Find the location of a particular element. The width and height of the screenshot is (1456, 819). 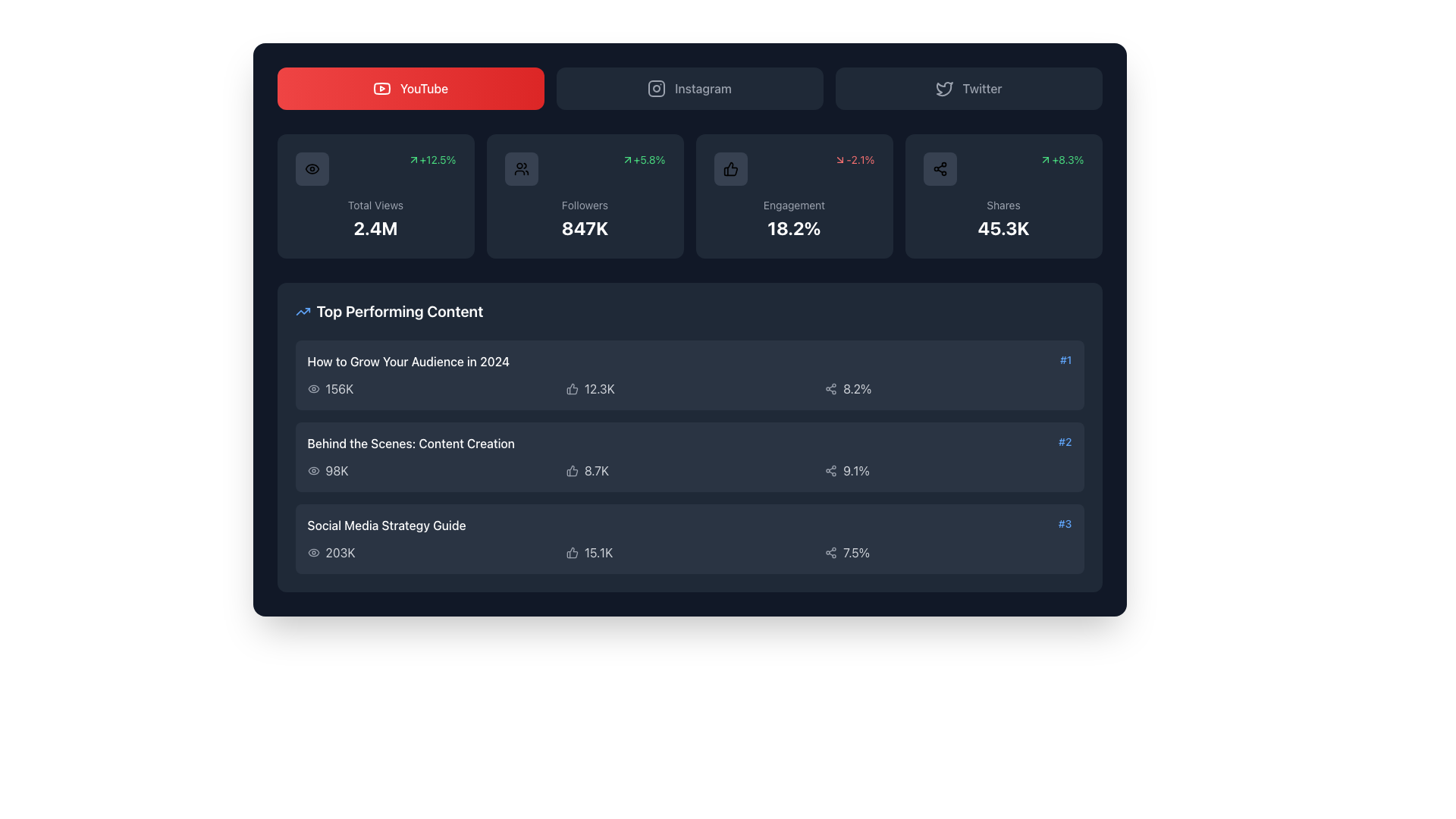

the grid element displaying statistics for 'How to Grow Your Audience in 2024', which includes the values '156K', '12.3K', and '8.2%' with corresponding icons is located at coordinates (689, 388).